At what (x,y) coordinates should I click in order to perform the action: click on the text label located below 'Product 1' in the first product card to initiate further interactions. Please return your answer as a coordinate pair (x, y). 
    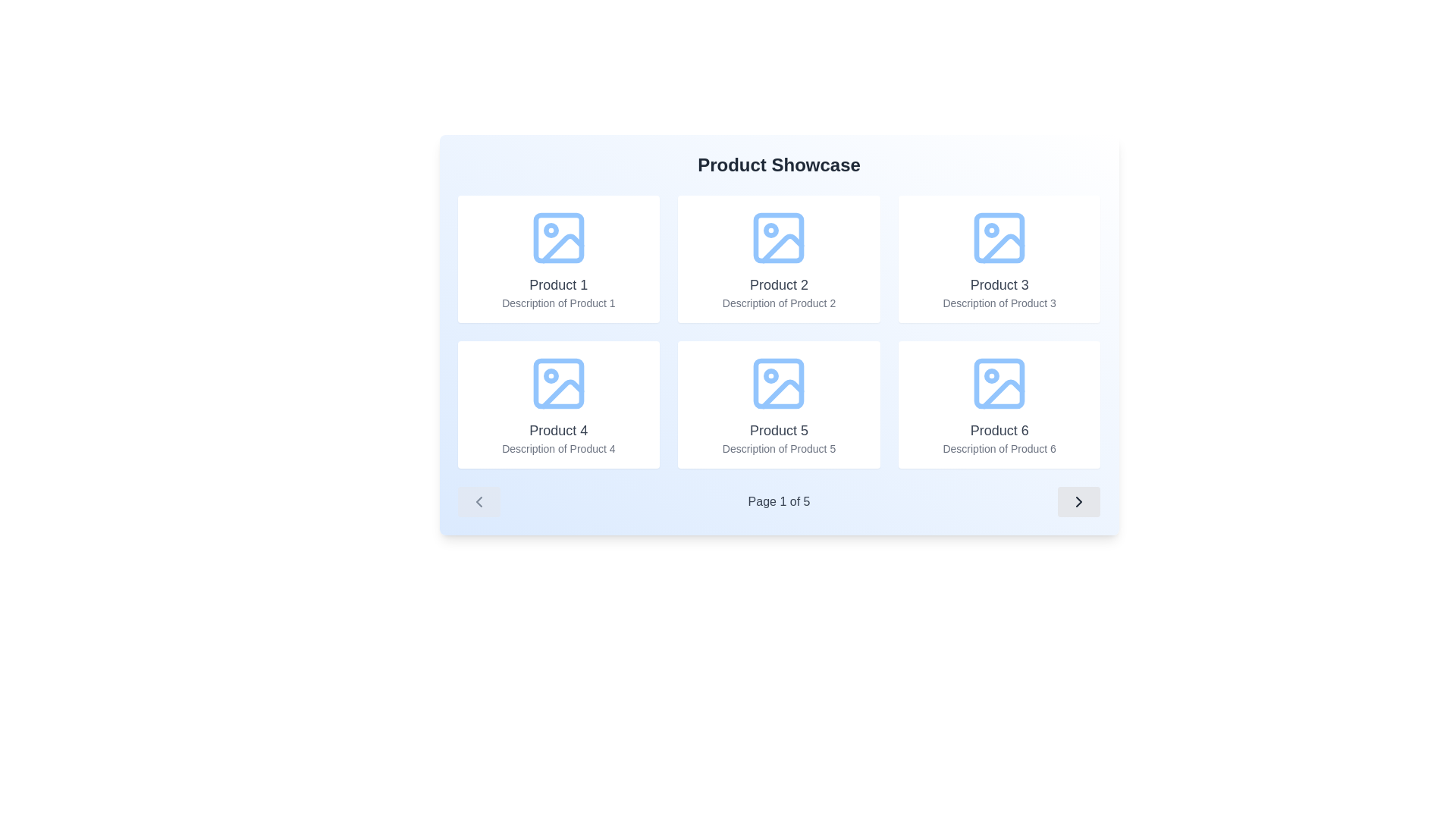
    Looking at the image, I should click on (557, 303).